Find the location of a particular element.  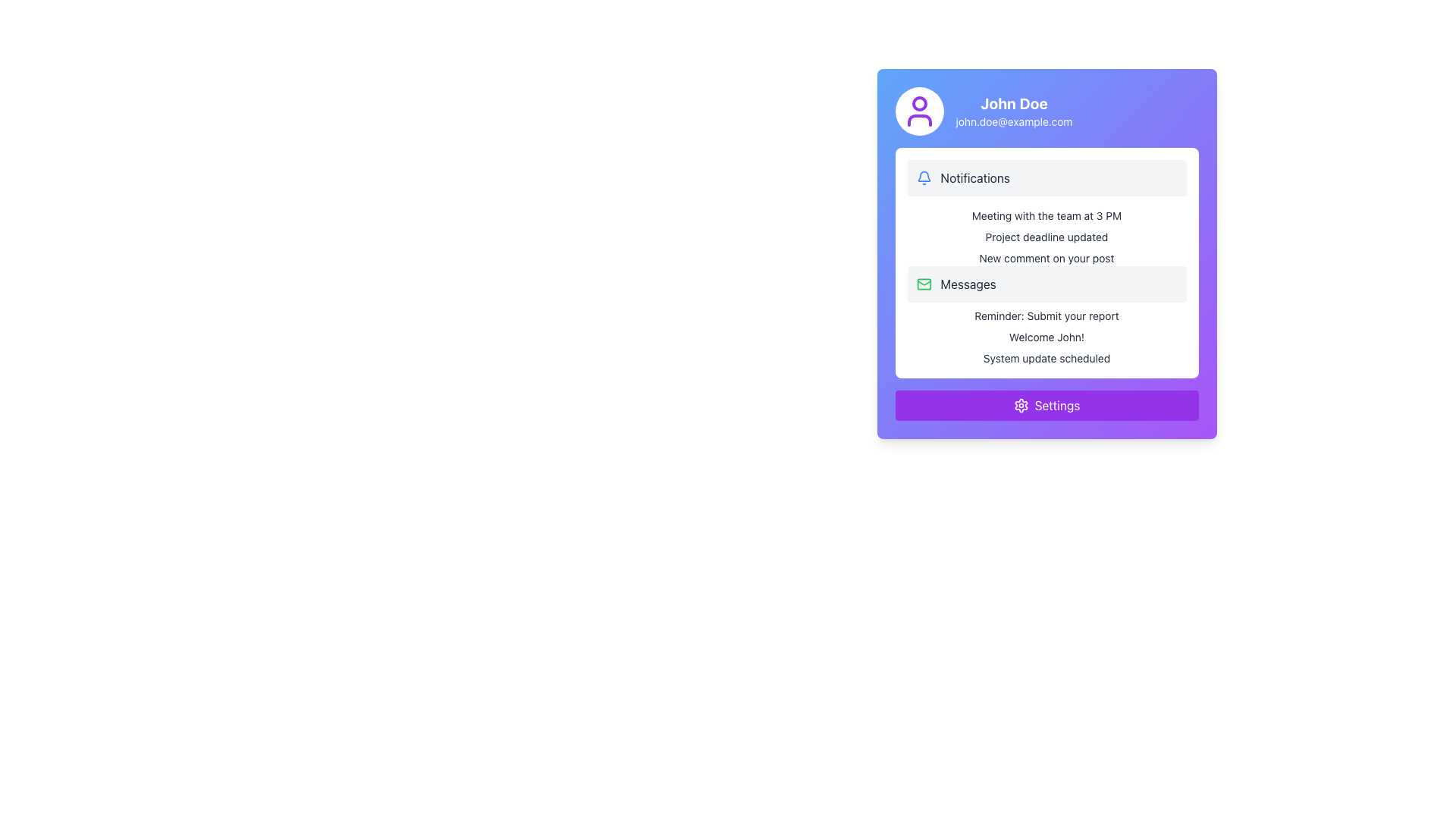

the purple user silhouette icon located at the top left corner of the vertical card interface next to the name 'John Doe' is located at coordinates (918, 110).